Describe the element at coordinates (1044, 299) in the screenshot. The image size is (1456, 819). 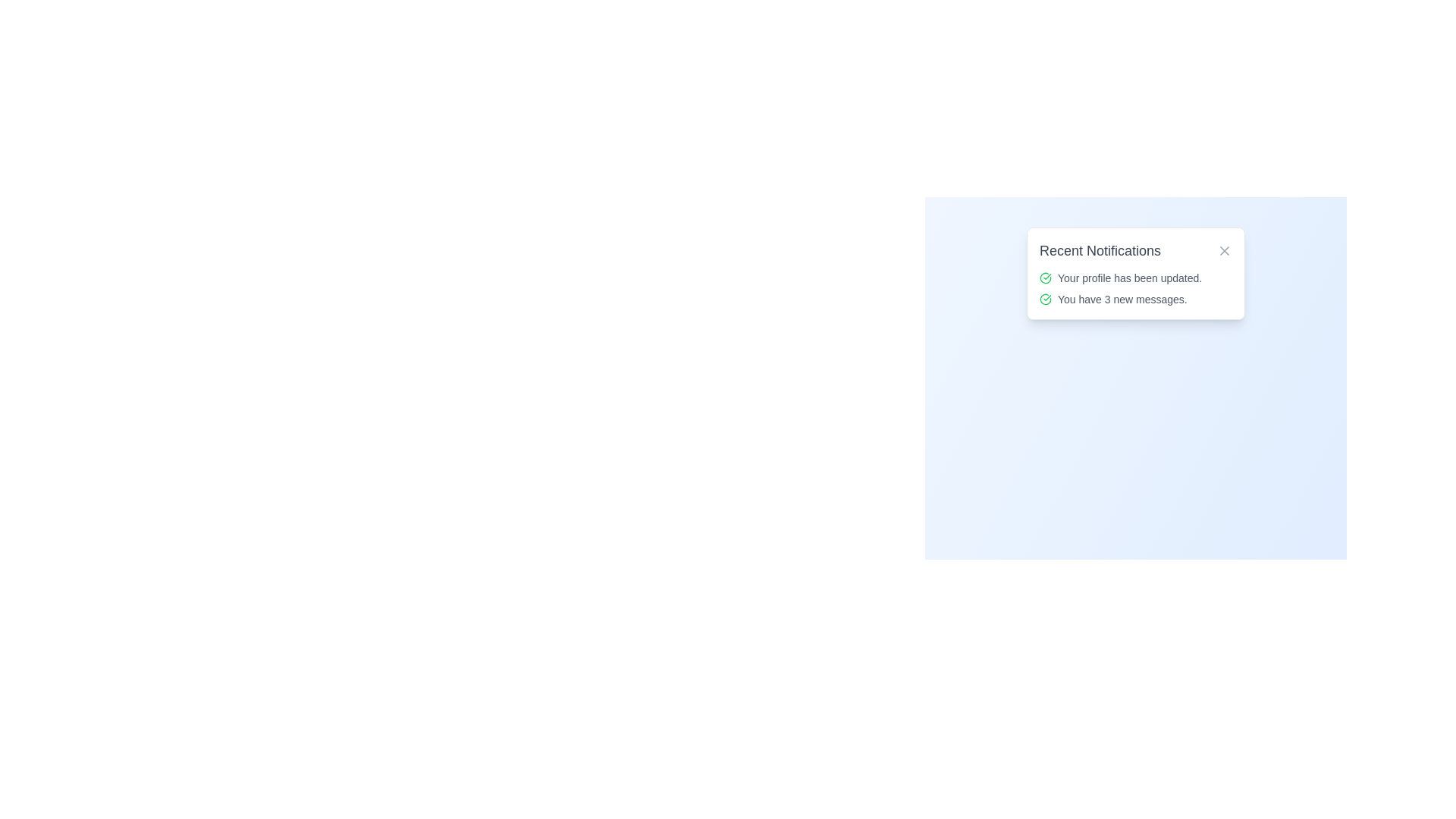
I see `the confirmation icon indicating the success state related to the notification message located to the left of the text 'You have 3 new messages.'` at that location.